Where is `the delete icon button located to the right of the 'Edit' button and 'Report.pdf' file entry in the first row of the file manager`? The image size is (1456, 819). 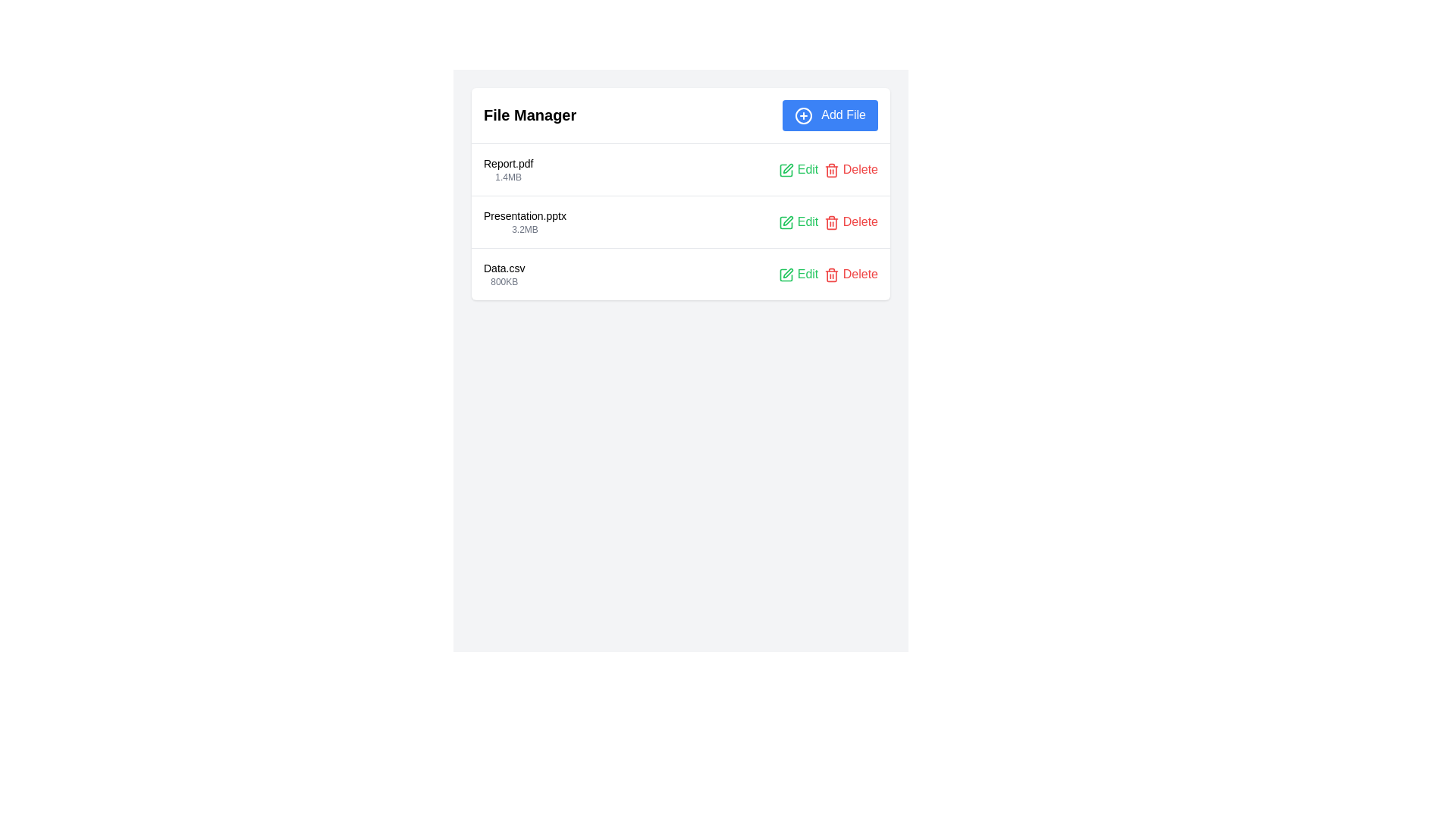 the delete icon button located to the right of the 'Edit' button and 'Report.pdf' file entry in the first row of the file manager is located at coordinates (831, 170).